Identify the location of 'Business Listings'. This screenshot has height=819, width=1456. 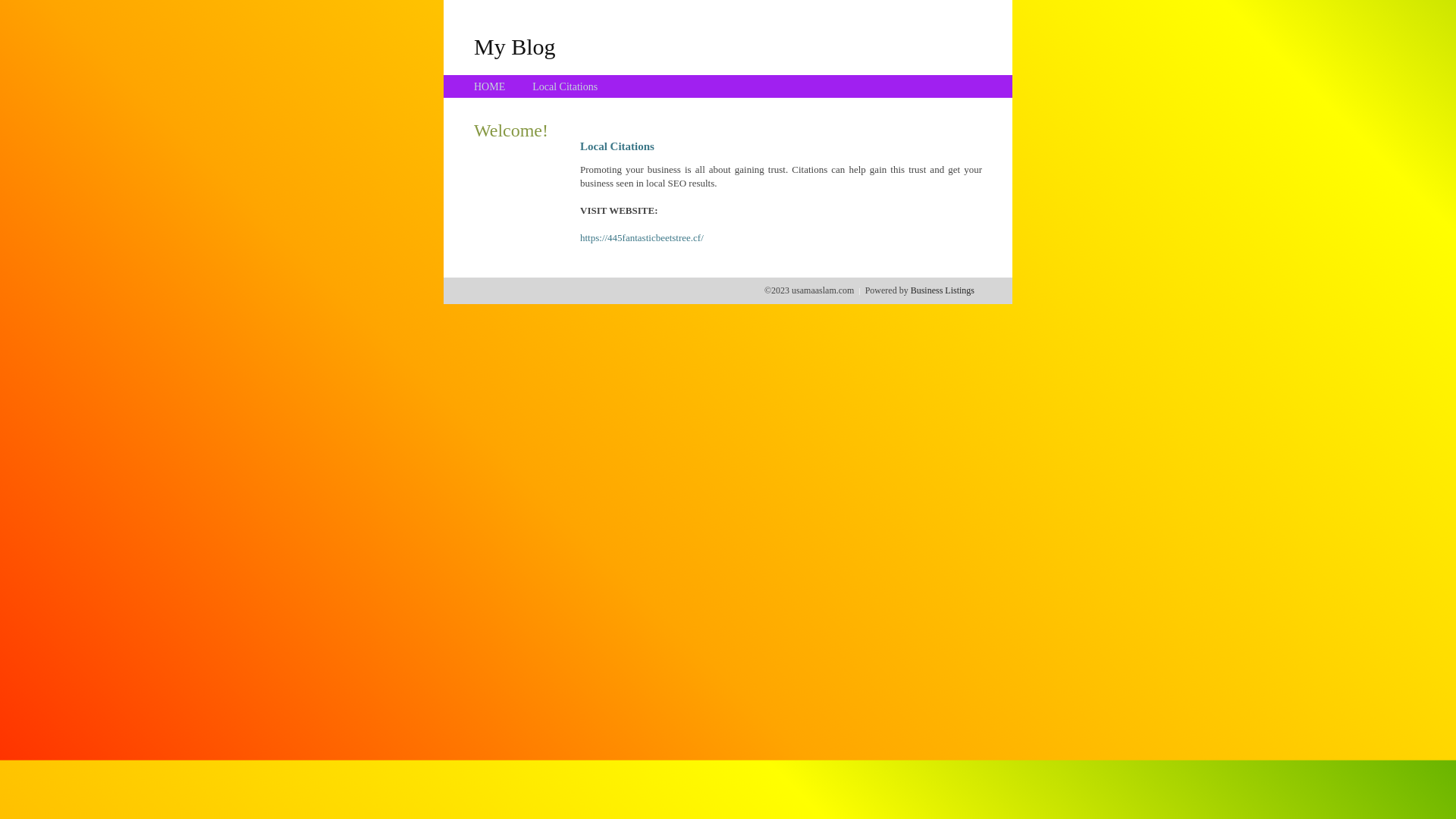
(910, 290).